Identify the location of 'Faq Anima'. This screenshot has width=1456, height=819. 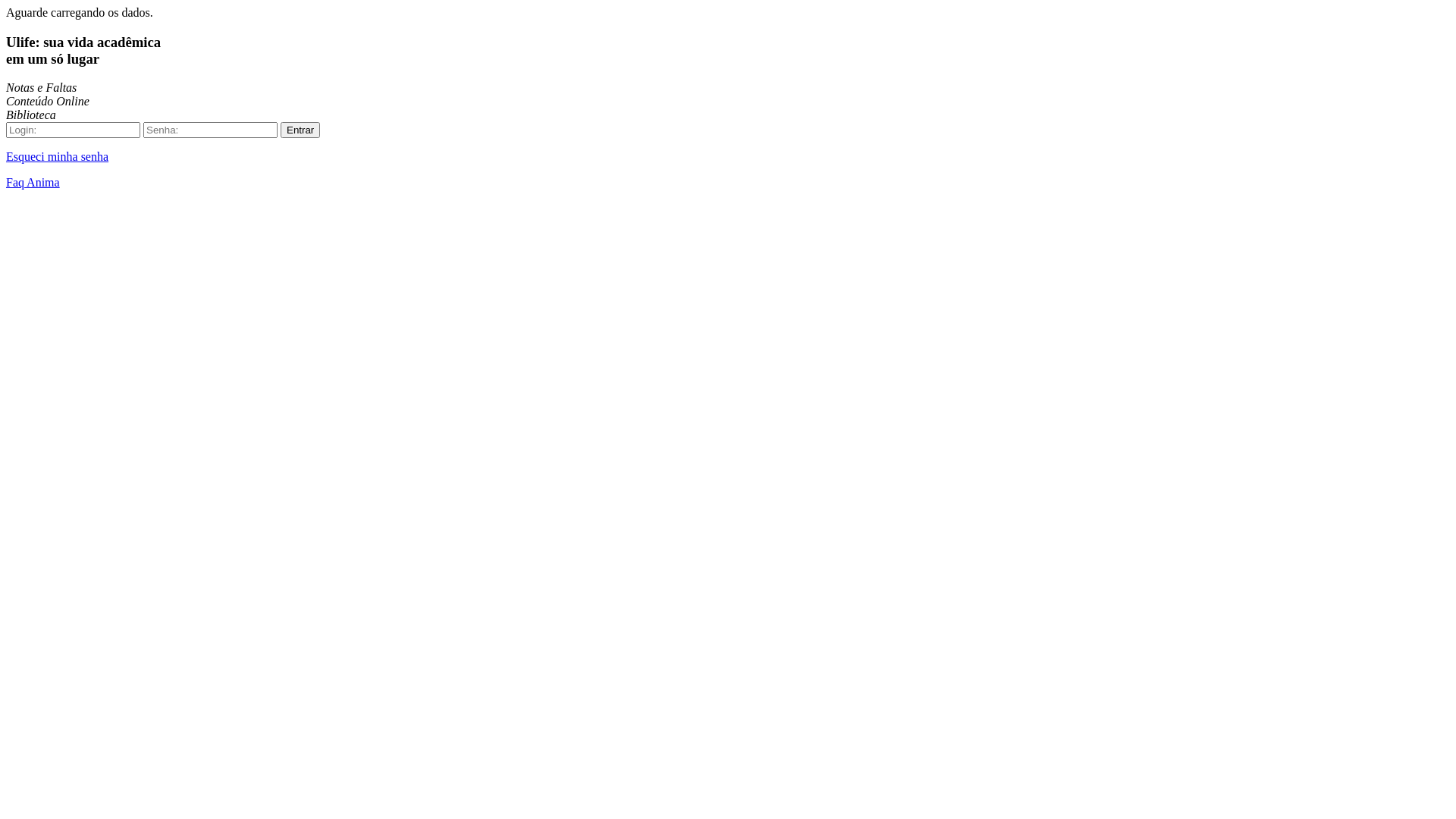
(6, 181).